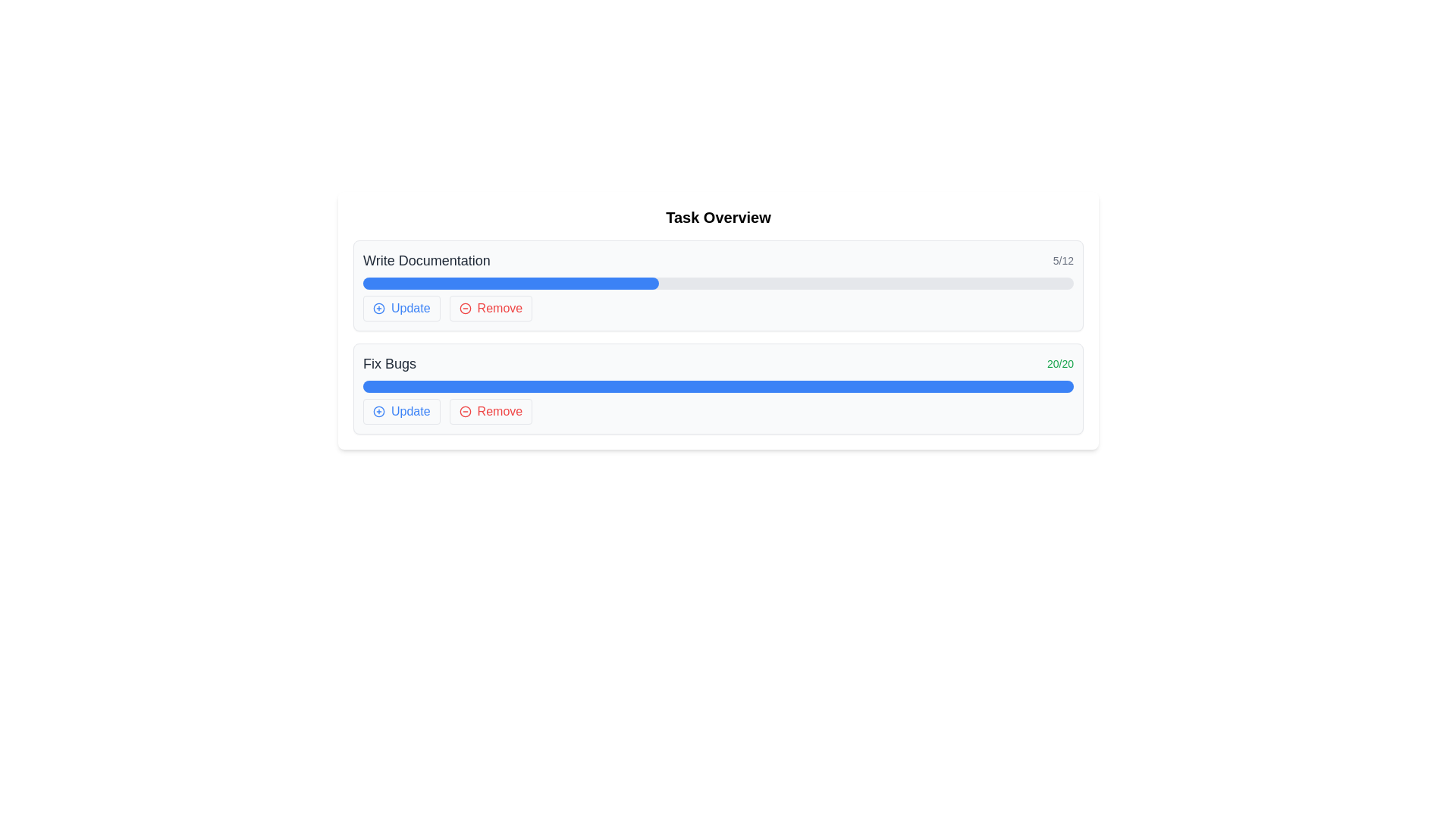 Image resolution: width=1456 pixels, height=819 pixels. What do you see at coordinates (491, 308) in the screenshot?
I see `the 'Remove' button with a rounded border, red text, and a red minus icon for accessibility purposes` at bounding box center [491, 308].